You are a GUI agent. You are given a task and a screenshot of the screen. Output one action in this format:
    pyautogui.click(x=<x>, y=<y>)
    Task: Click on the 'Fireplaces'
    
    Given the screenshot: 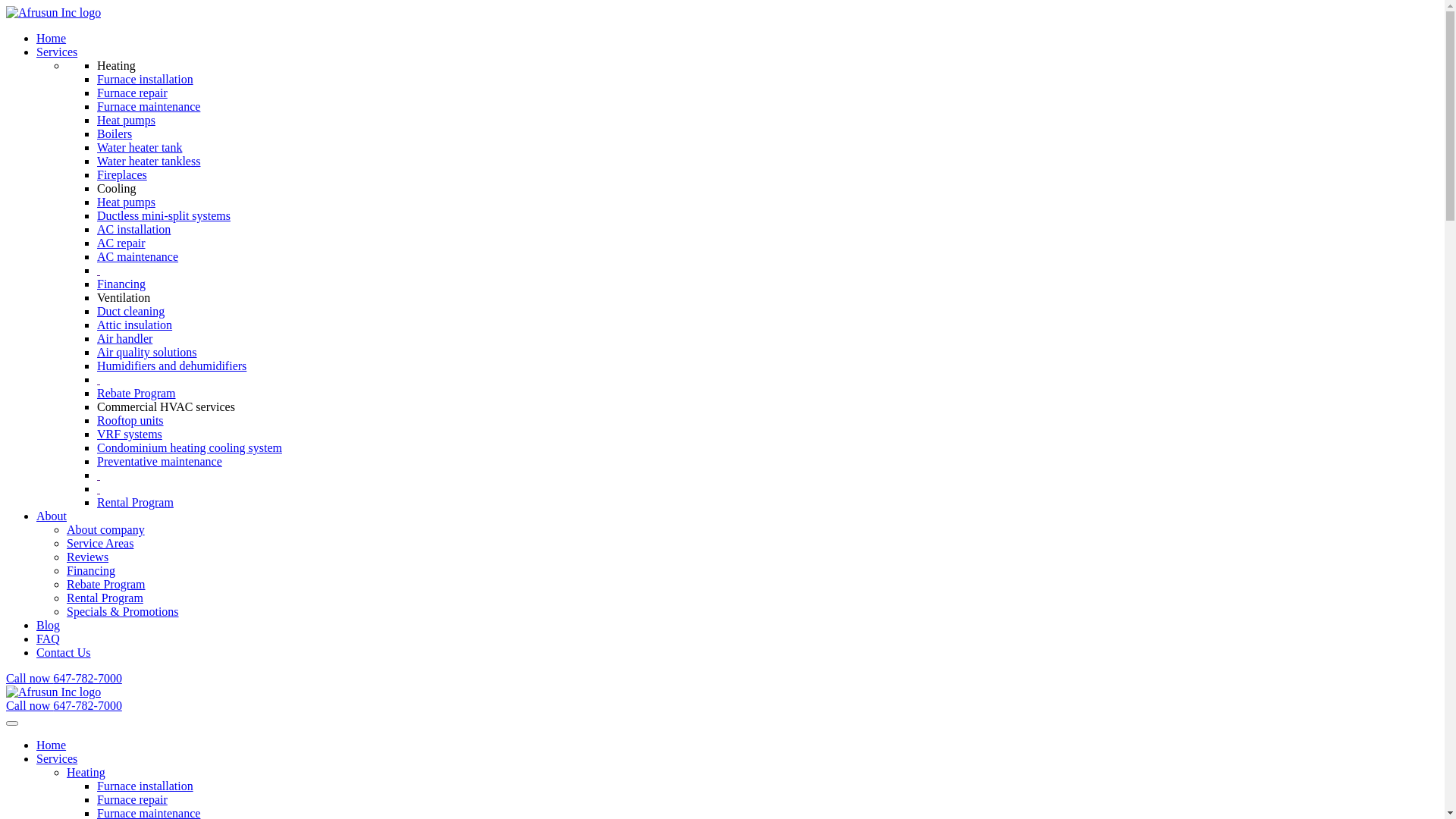 What is the action you would take?
    pyautogui.click(x=122, y=174)
    